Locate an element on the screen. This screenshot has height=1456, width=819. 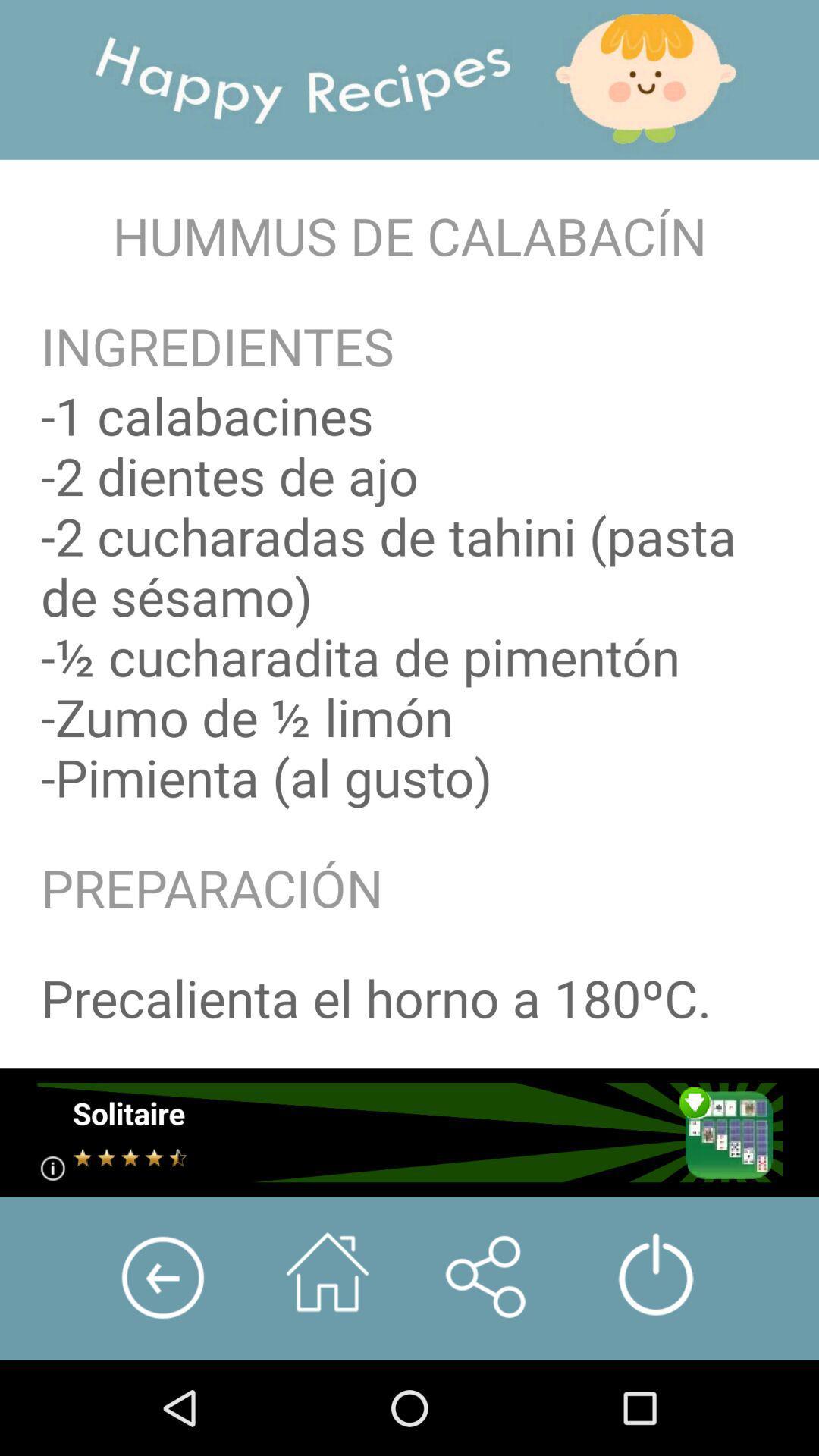
the app below precalienta el horno app is located at coordinates (408, 1132).